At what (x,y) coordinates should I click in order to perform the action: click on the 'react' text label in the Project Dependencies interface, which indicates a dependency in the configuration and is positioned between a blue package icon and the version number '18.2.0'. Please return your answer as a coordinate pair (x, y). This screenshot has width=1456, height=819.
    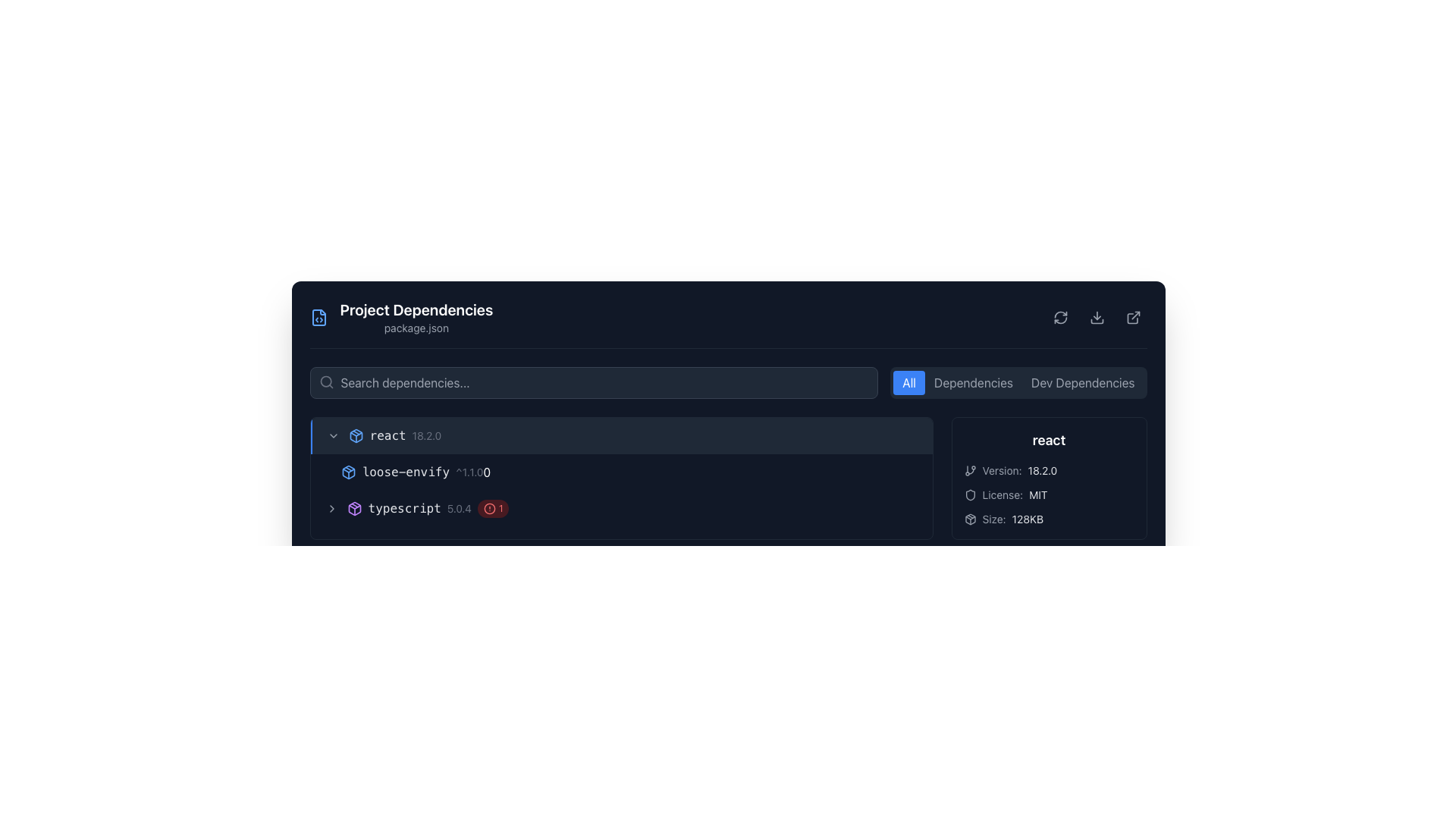
    Looking at the image, I should click on (388, 435).